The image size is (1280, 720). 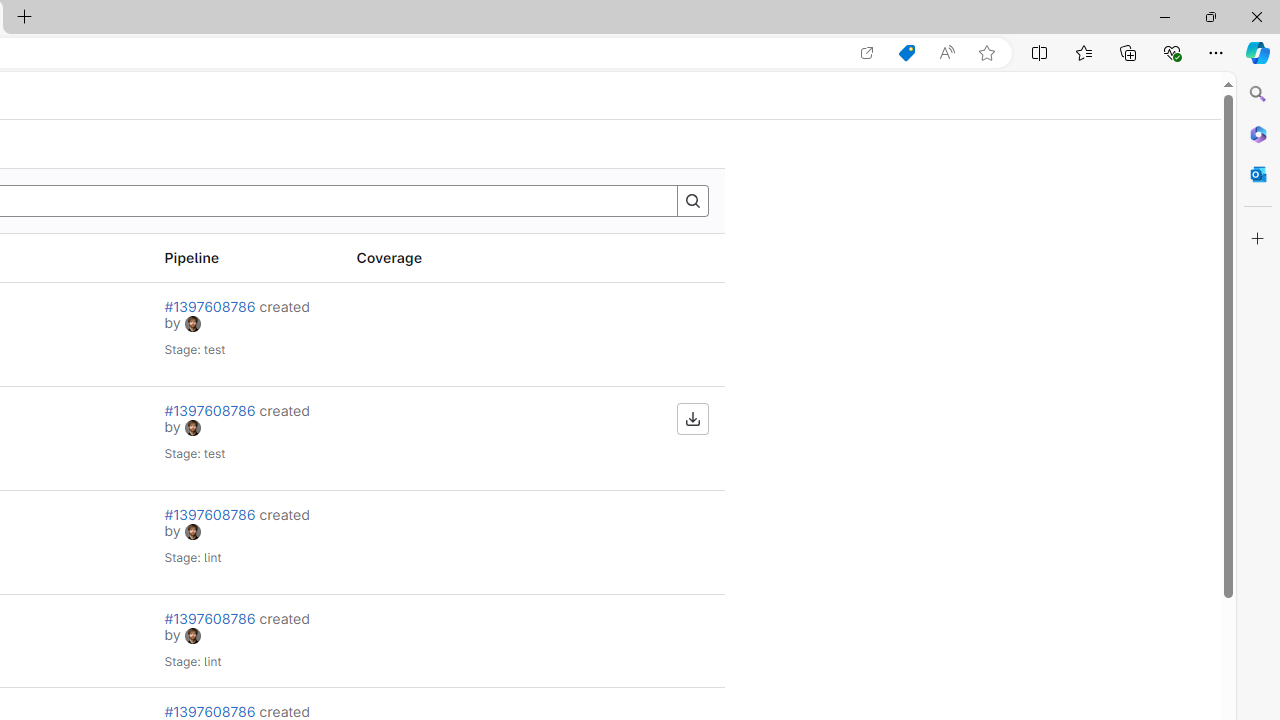 What do you see at coordinates (867, 52) in the screenshot?
I see `'Open in app'` at bounding box center [867, 52].